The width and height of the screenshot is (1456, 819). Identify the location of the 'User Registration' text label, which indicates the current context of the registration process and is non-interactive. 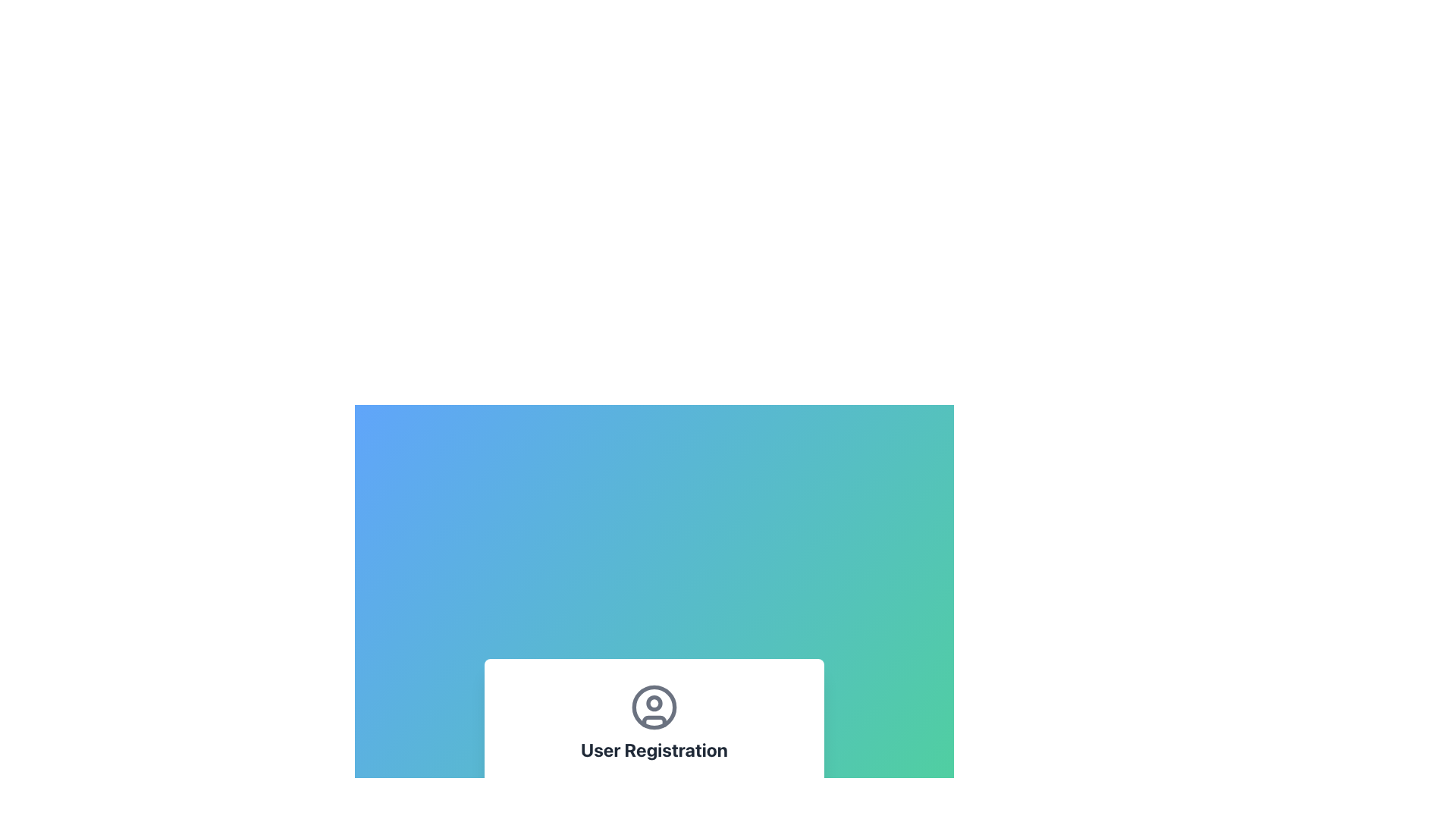
(654, 748).